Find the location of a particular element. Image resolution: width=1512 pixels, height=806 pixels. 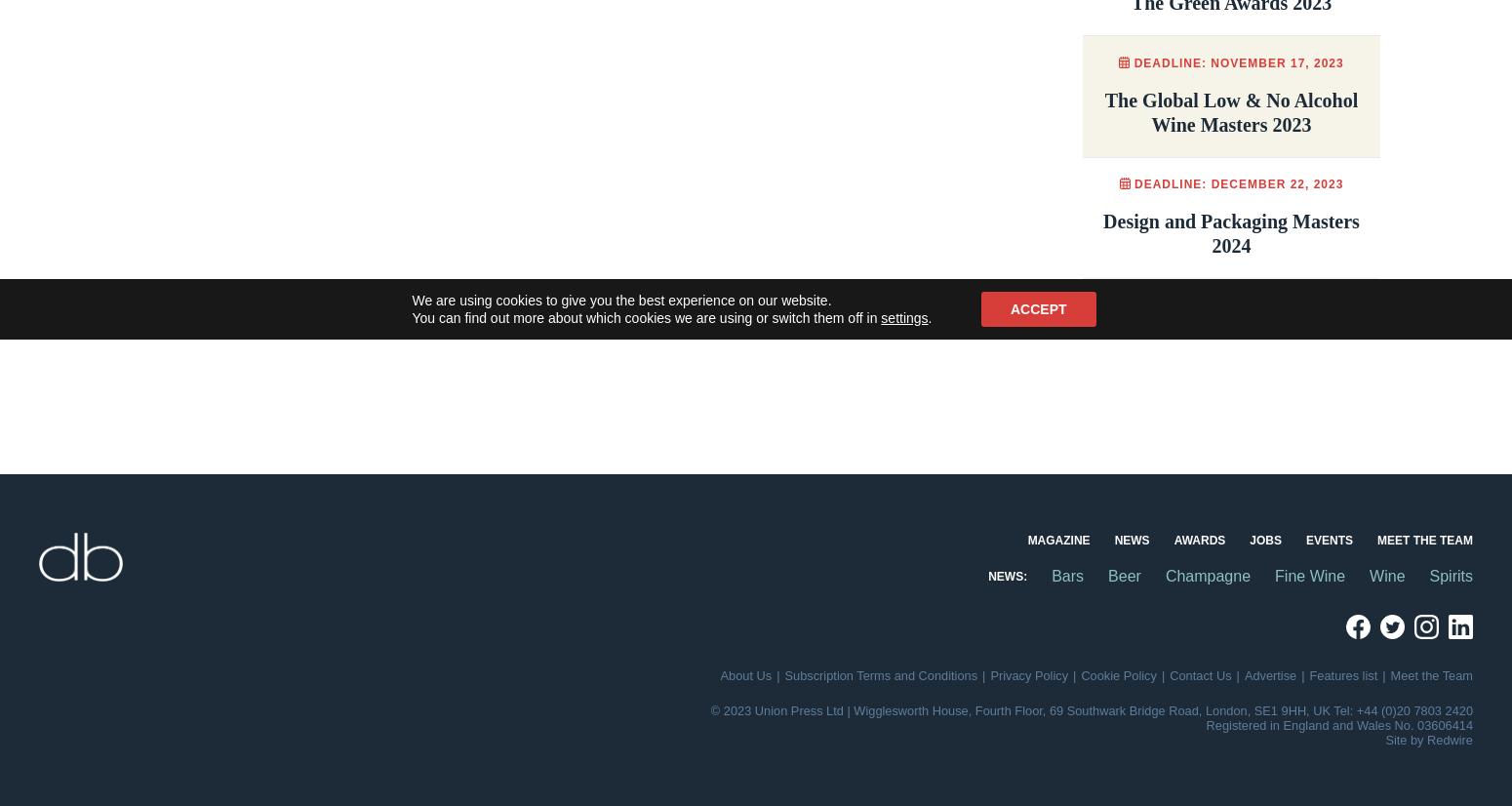

'Contact Us' is located at coordinates (1200, 674).